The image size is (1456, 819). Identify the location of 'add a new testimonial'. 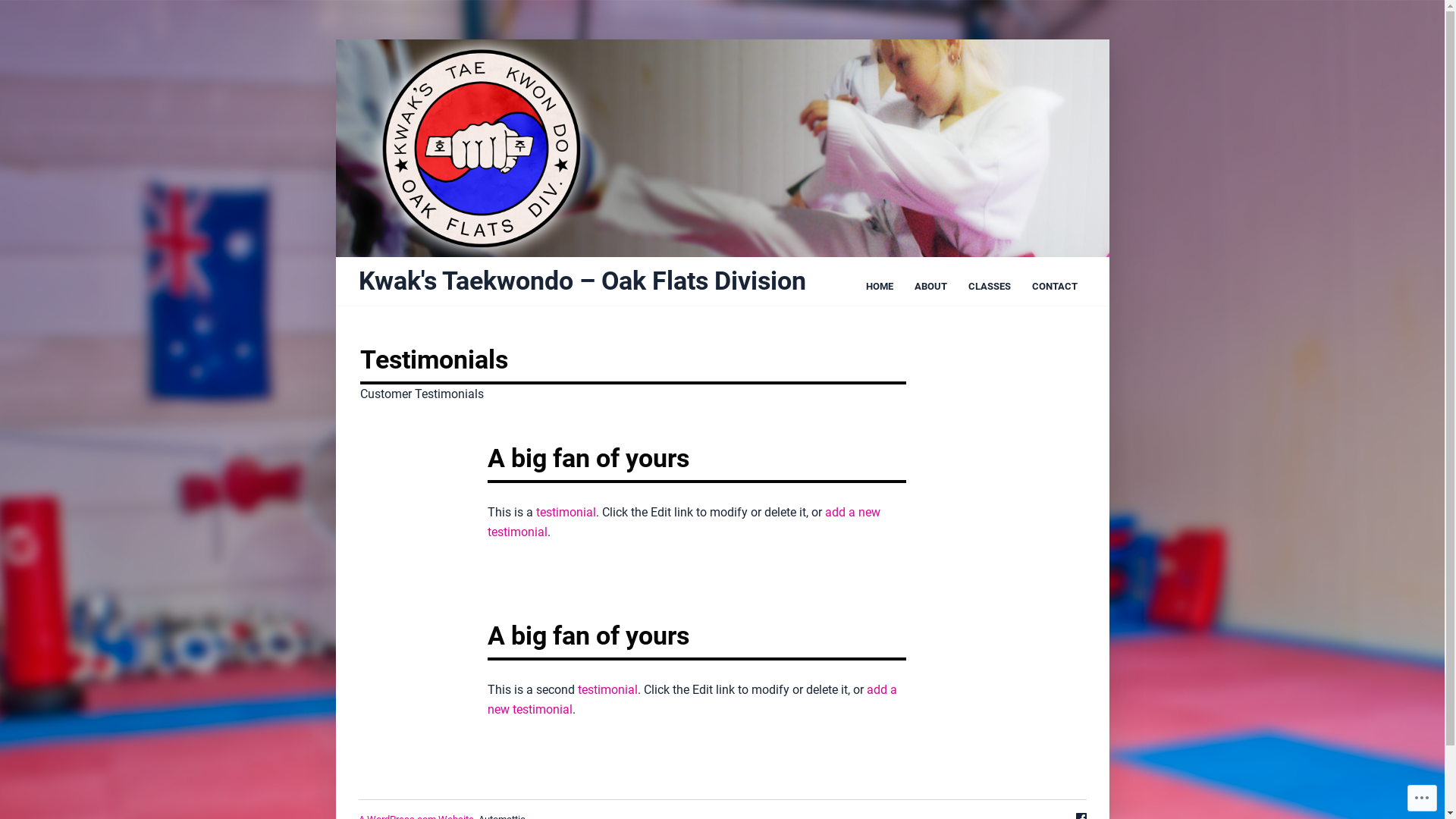
(691, 699).